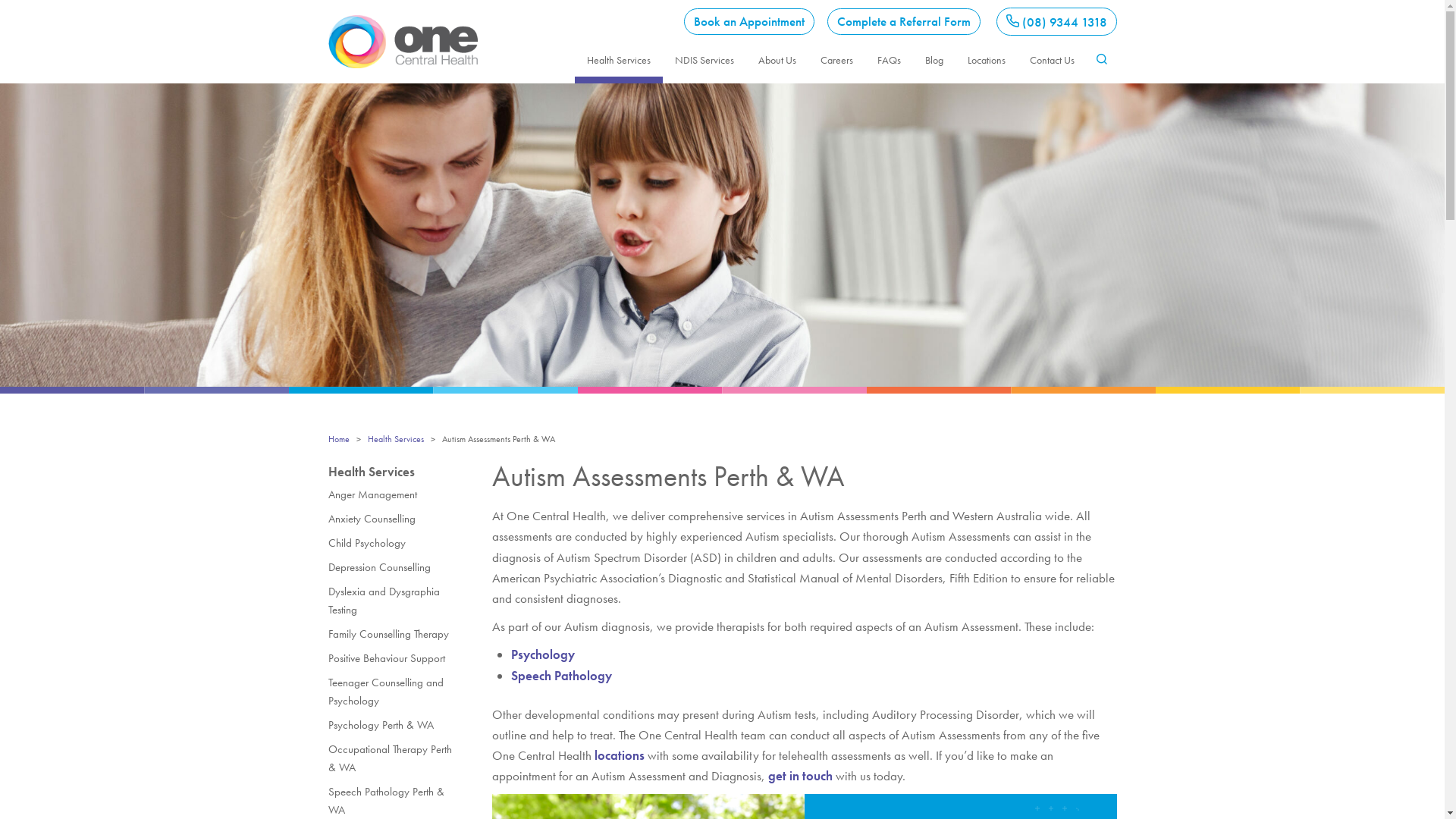  I want to click on 'Search', so click(1101, 99).